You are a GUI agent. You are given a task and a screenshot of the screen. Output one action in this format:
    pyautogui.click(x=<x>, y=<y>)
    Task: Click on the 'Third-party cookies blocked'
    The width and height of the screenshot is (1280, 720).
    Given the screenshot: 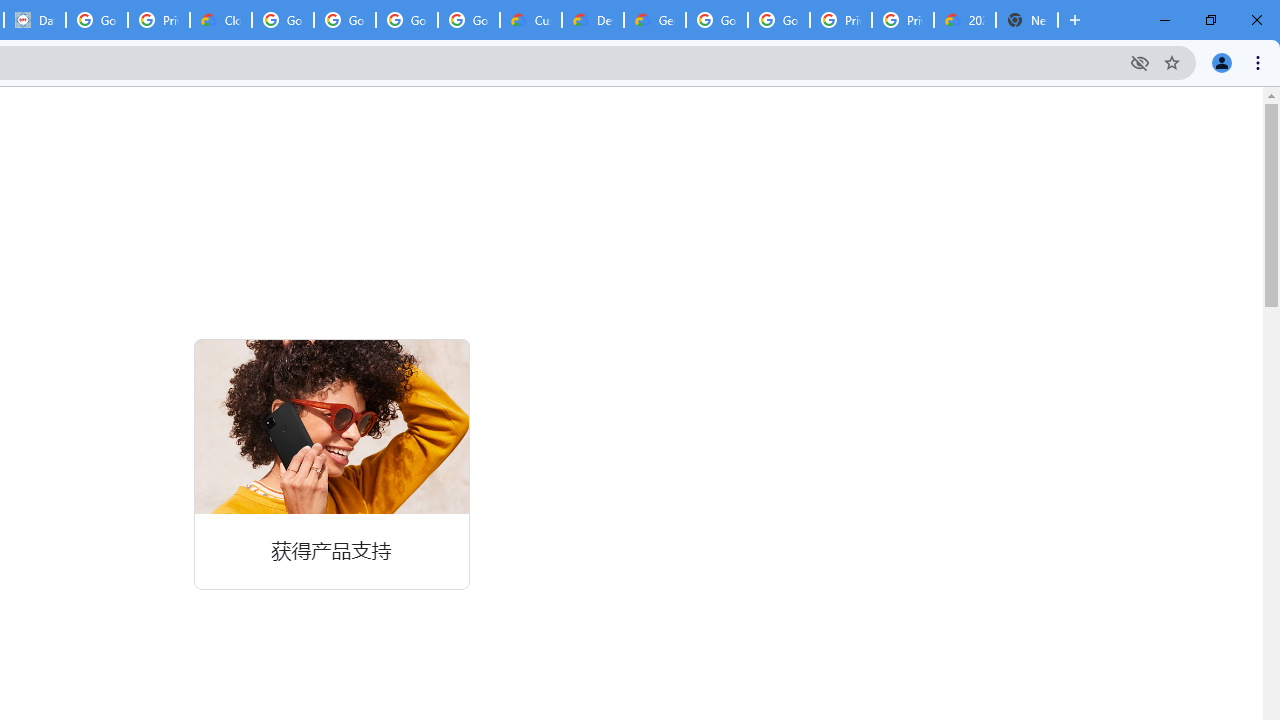 What is the action you would take?
    pyautogui.click(x=1139, y=61)
    